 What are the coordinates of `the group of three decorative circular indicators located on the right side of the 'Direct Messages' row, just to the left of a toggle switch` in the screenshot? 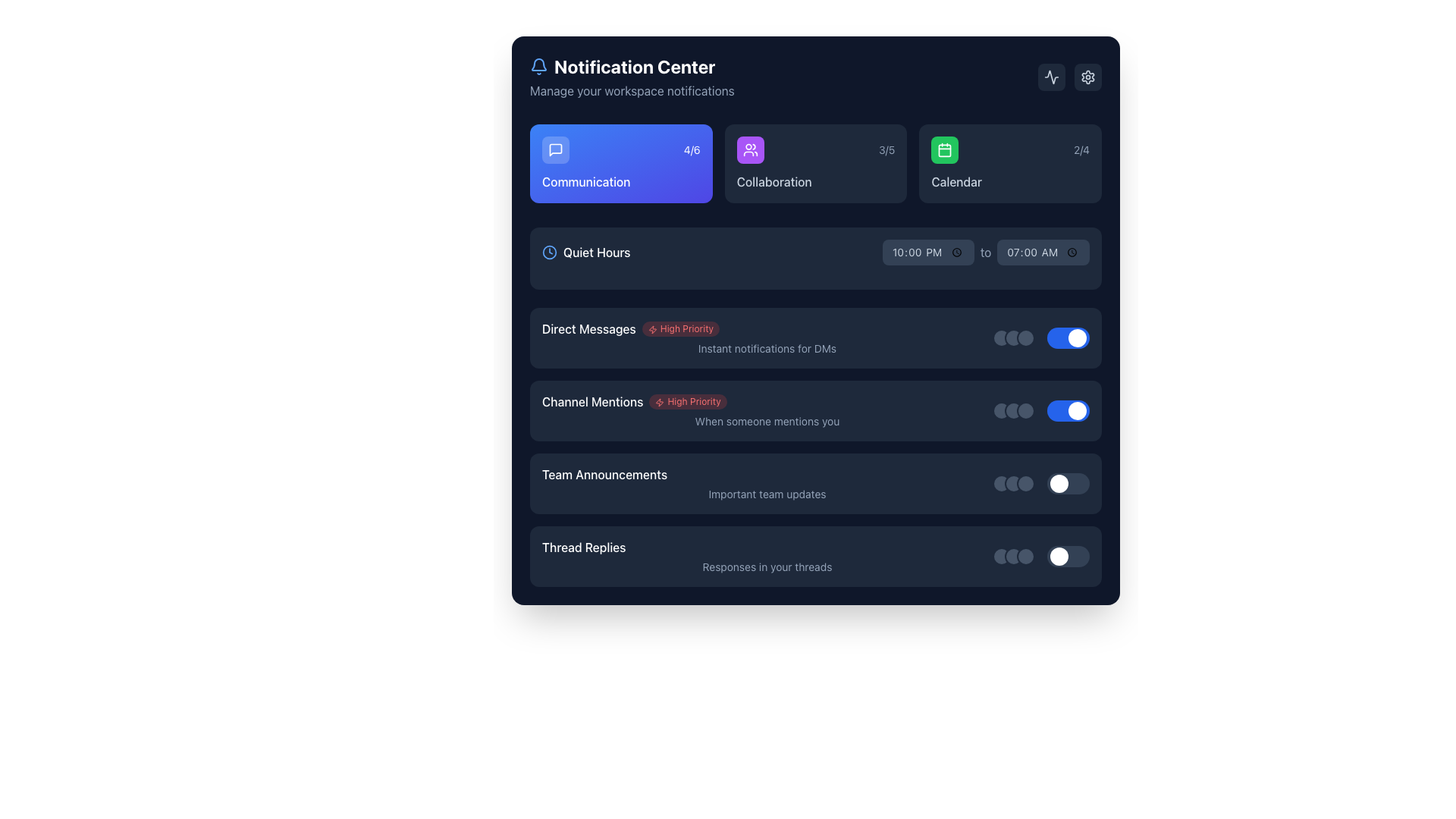 It's located at (1014, 337).